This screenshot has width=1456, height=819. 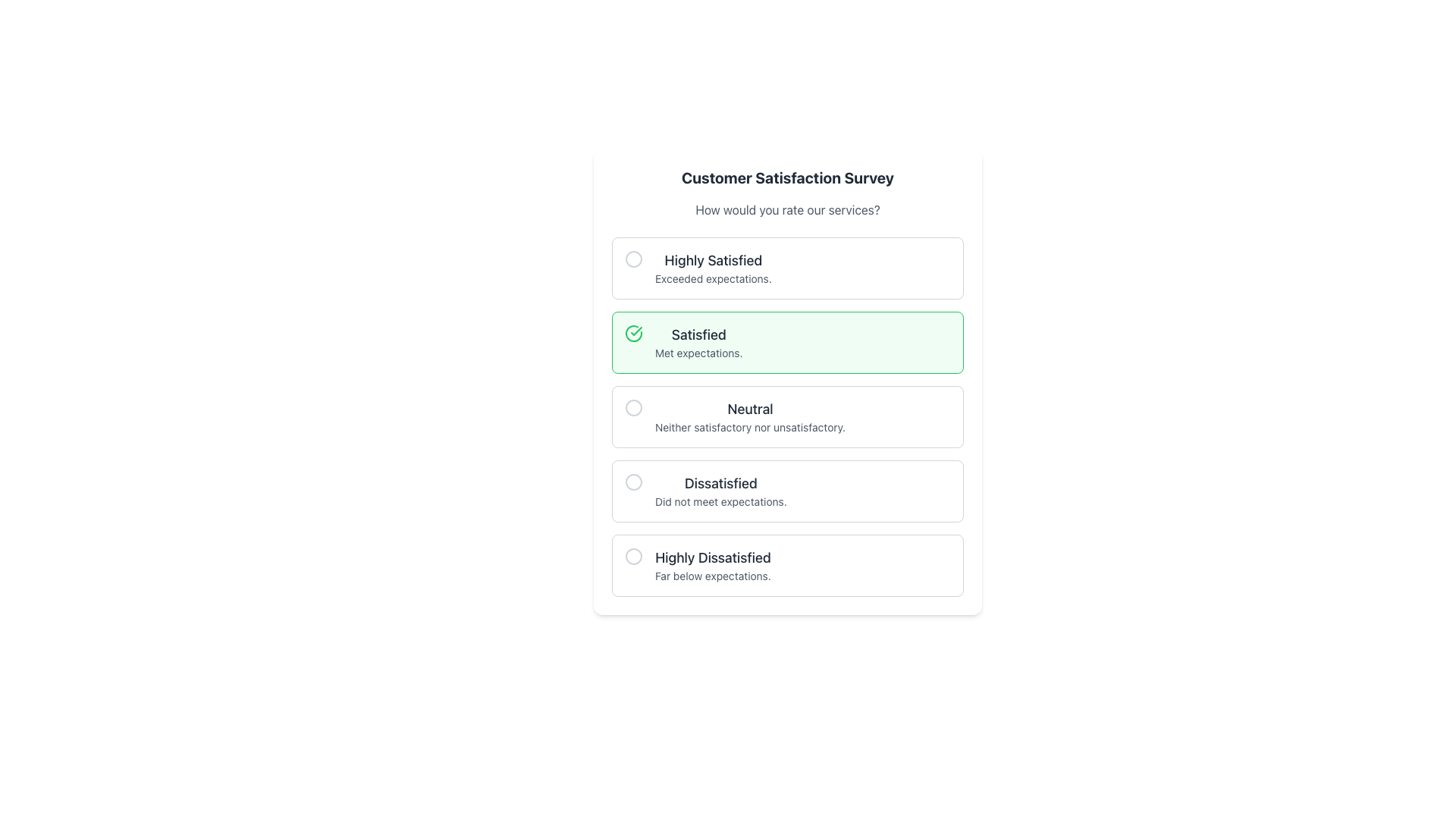 I want to click on the Text Label that provides a detailed description for the option 'Highly Dissatisfied' in the customer satisfaction survey, located beneath the 'Highly Dissatisfied' text, so click(x=712, y=576).